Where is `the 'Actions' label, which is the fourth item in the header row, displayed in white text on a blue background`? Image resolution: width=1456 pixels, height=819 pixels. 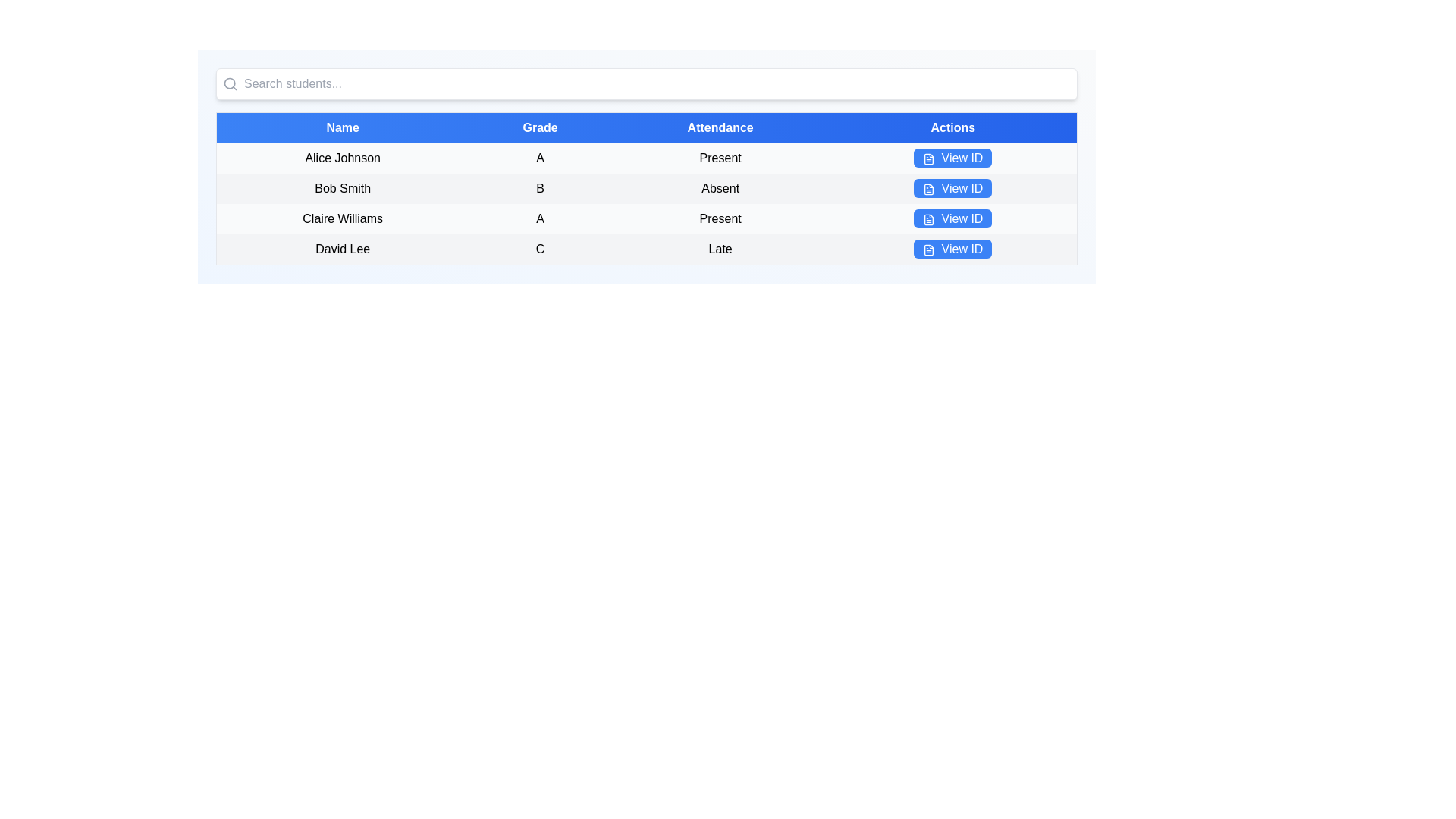
the 'Actions' label, which is the fourth item in the header row, displayed in white text on a blue background is located at coordinates (952, 127).